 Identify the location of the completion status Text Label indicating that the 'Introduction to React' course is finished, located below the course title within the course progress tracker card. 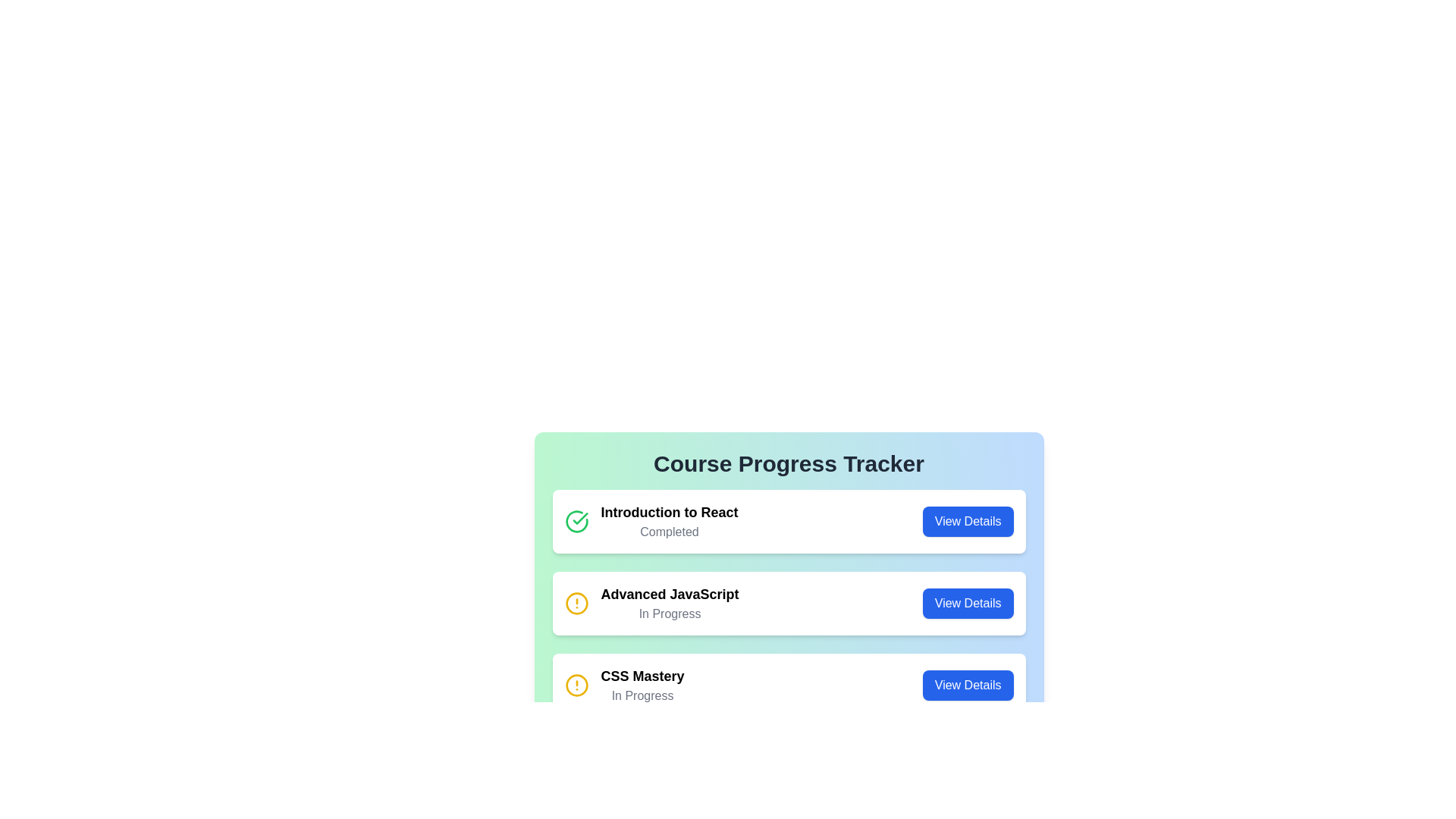
(669, 532).